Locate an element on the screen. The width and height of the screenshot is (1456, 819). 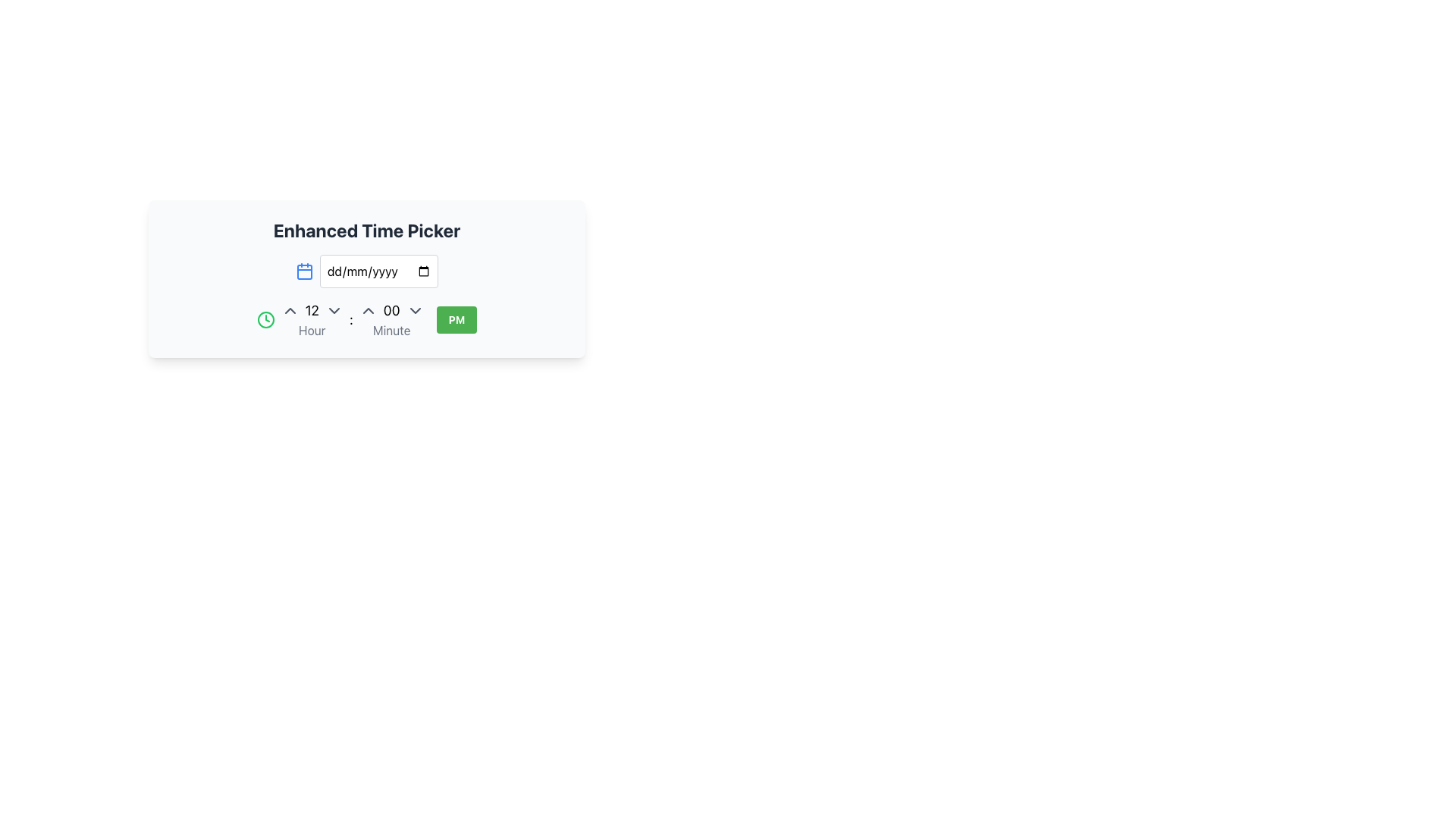
the green circular element within the clock icon, which represents the outer rim of the clock, located on the left side of the time picker interface is located at coordinates (265, 318).